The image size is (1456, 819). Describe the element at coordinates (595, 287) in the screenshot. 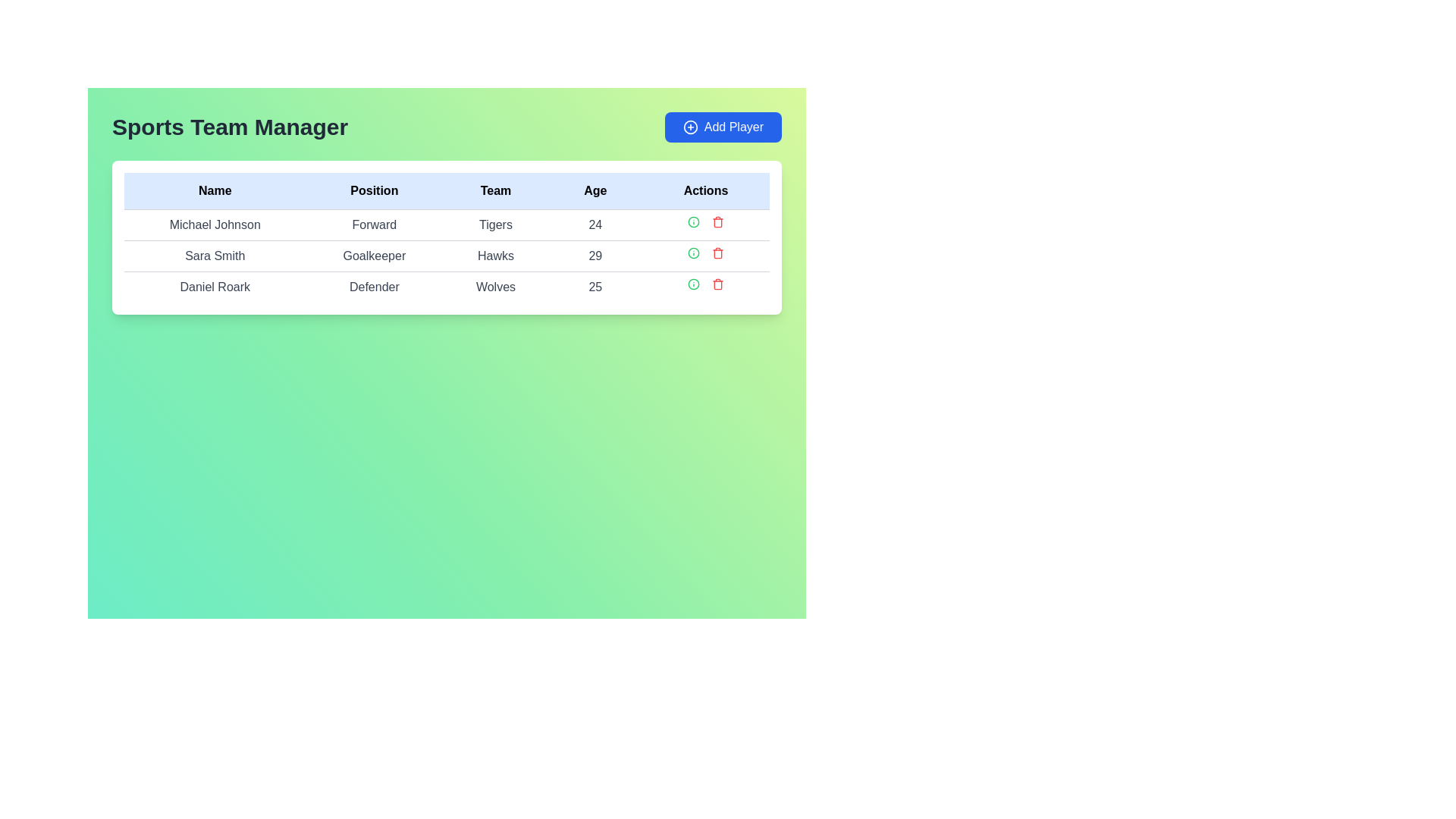

I see `the age display text for the player Daniel Roark in the last row of the table, located in the 'Age' column` at that location.